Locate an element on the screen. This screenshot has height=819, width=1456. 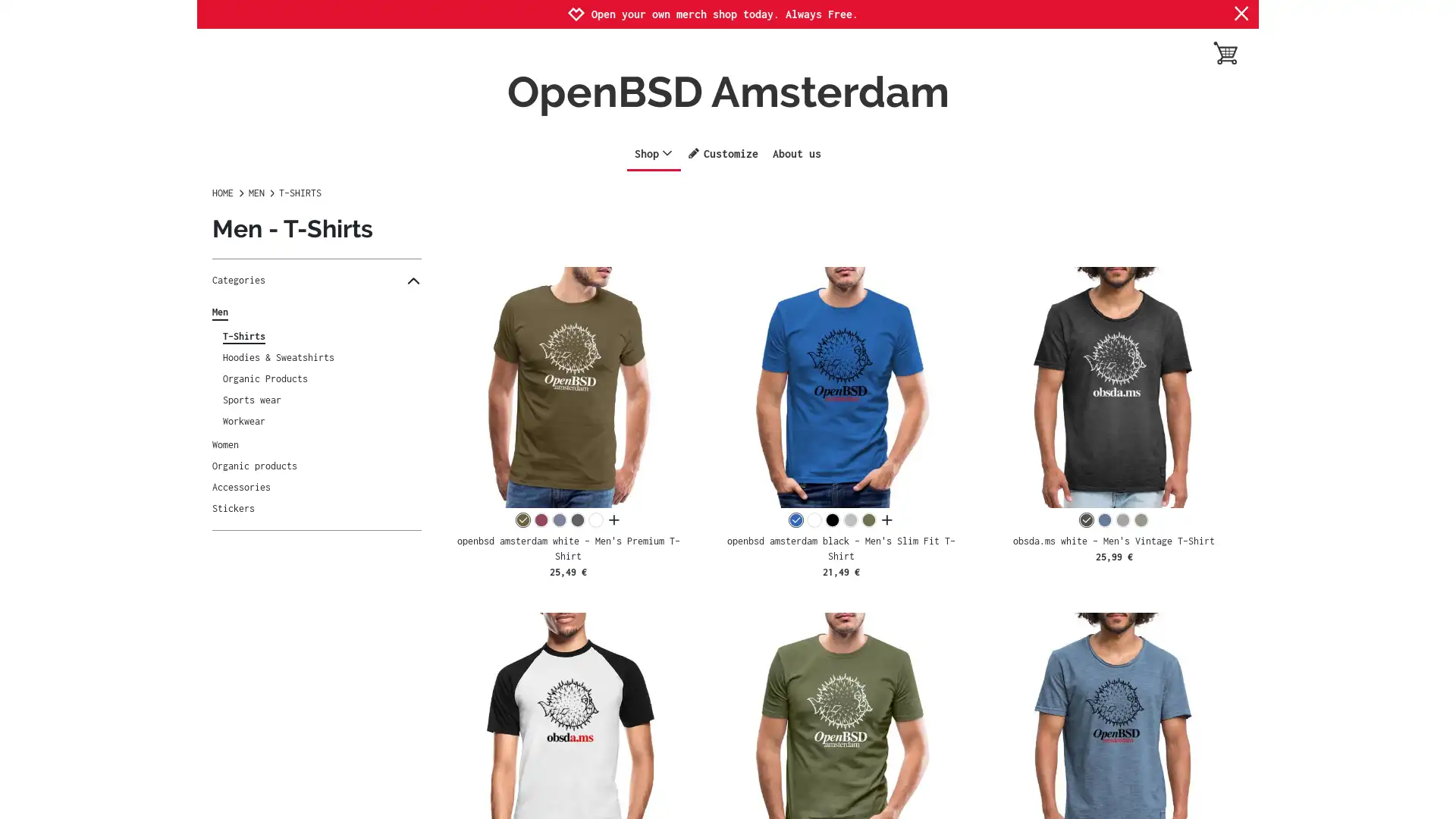
charcoal grey is located at coordinates (576, 519).